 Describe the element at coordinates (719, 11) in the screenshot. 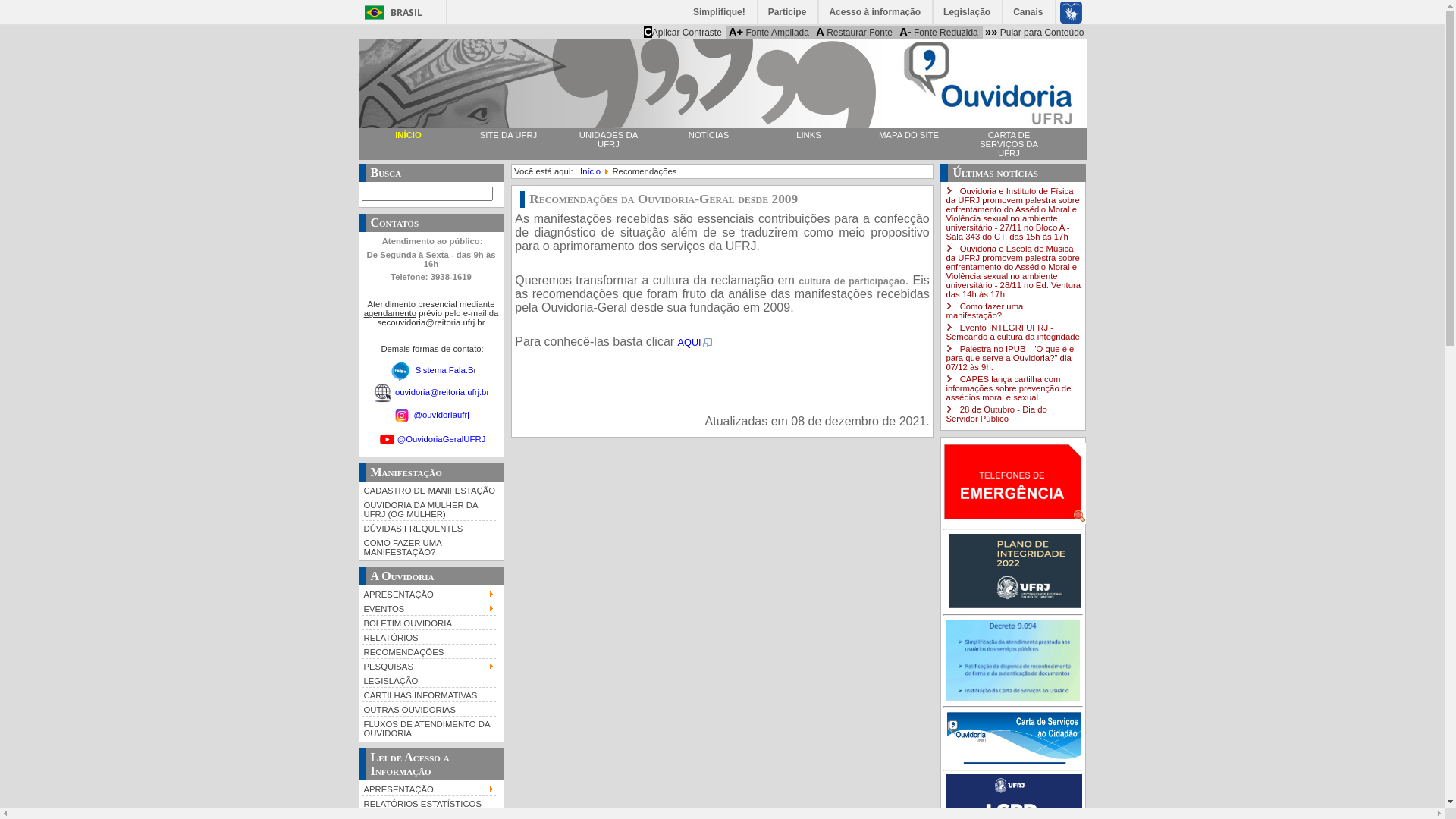

I see `'Simplifique!'` at that location.